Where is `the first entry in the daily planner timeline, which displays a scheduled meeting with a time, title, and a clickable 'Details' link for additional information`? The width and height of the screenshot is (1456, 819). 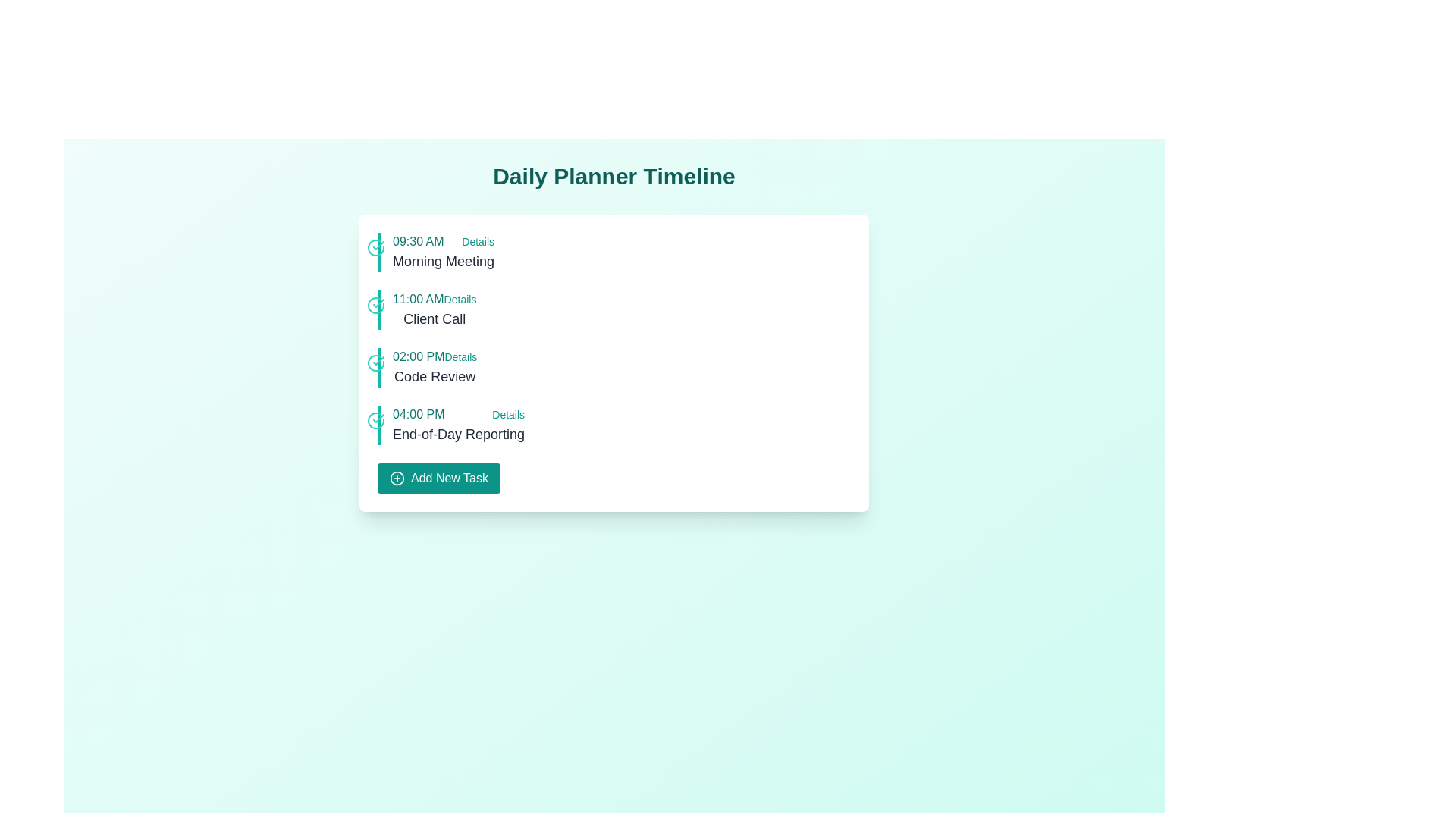 the first entry in the daily planner timeline, which displays a scheduled meeting with a time, title, and a clickable 'Details' link for additional information is located at coordinates (443, 251).